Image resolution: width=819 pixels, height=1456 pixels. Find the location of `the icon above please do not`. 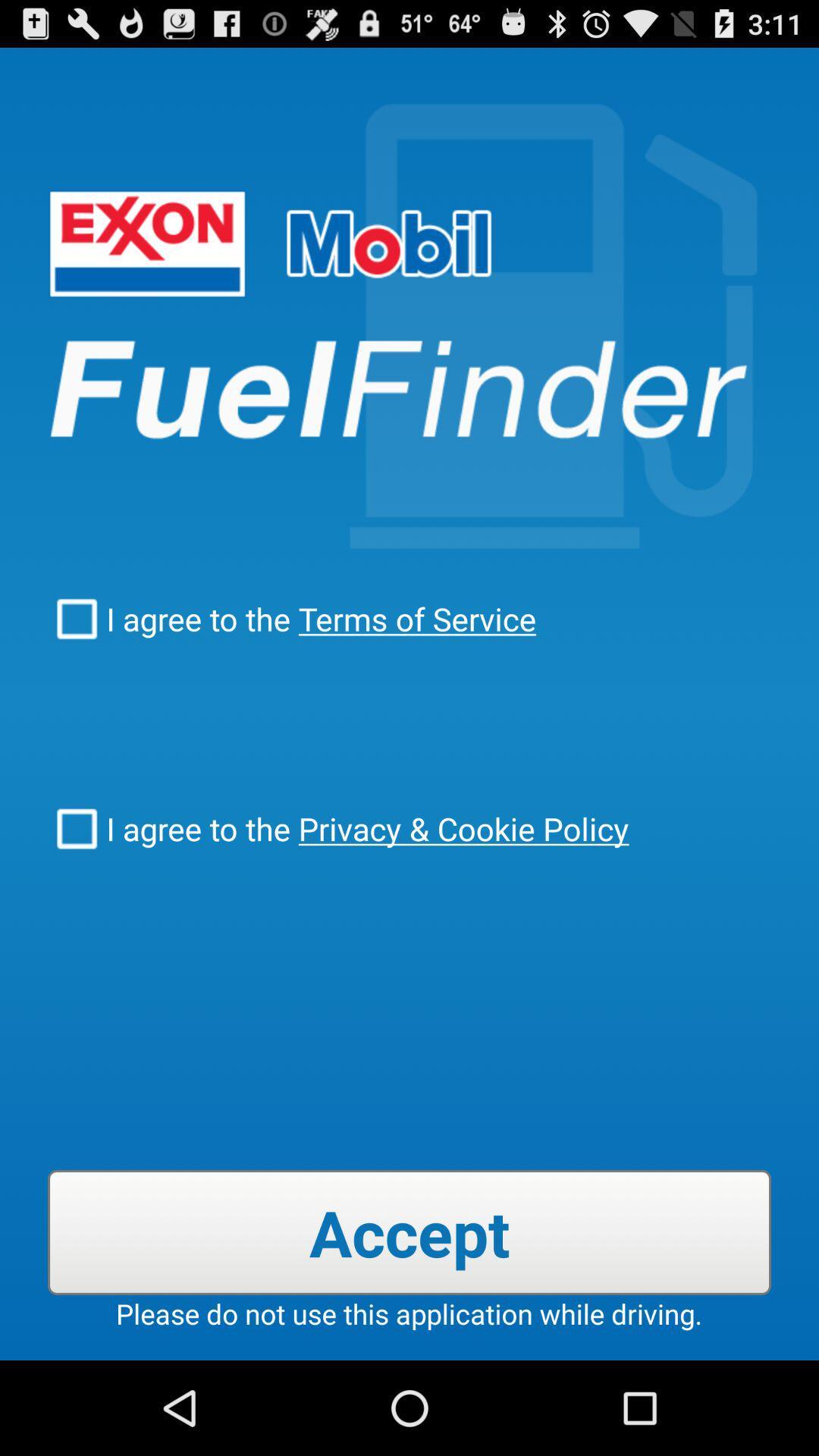

the icon above please do not is located at coordinates (409, 1232).